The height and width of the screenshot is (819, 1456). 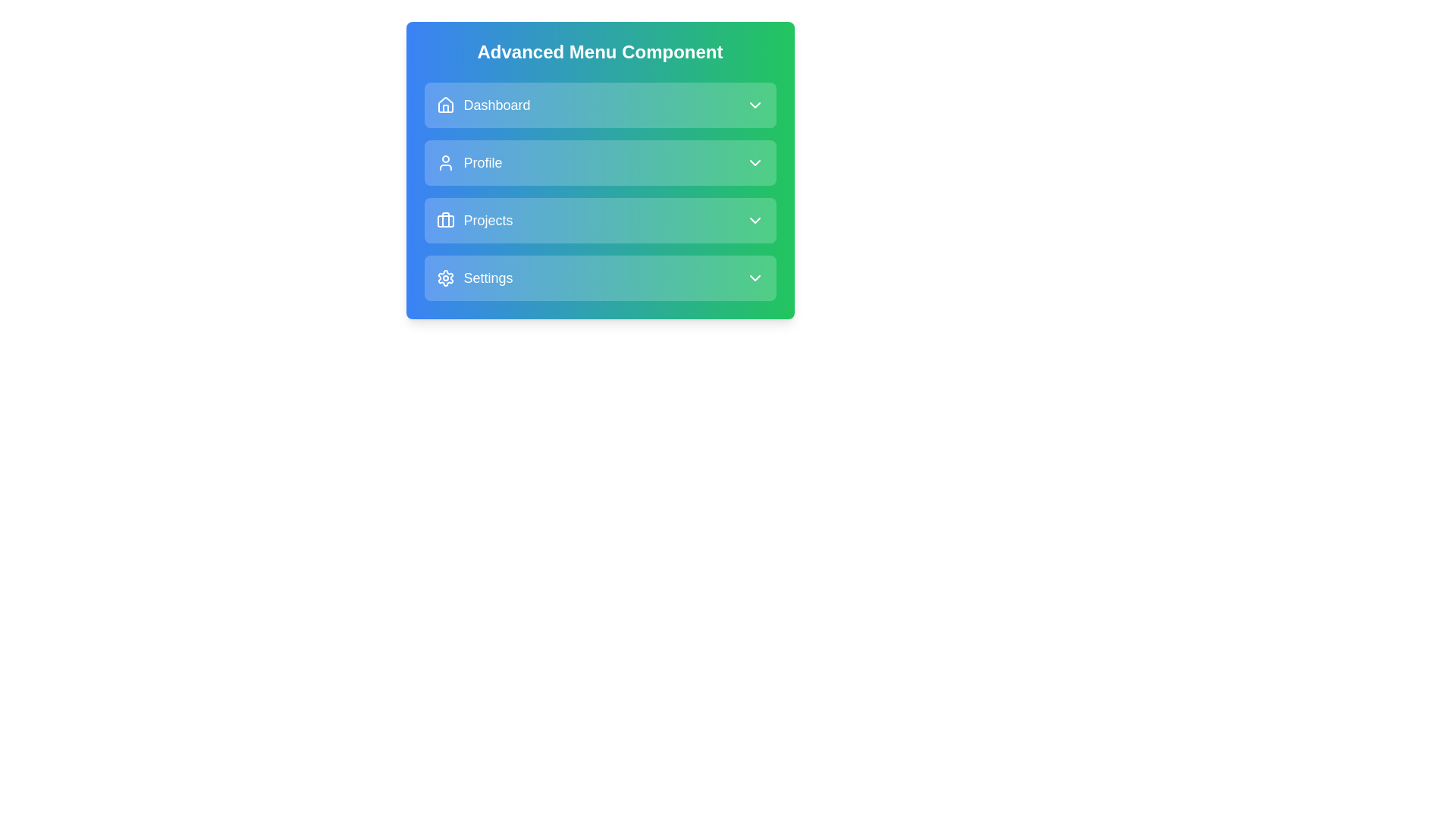 What do you see at coordinates (599, 220) in the screenshot?
I see `the interactive menu item for 'Projects' located within the 'Advanced Menu Component'` at bounding box center [599, 220].